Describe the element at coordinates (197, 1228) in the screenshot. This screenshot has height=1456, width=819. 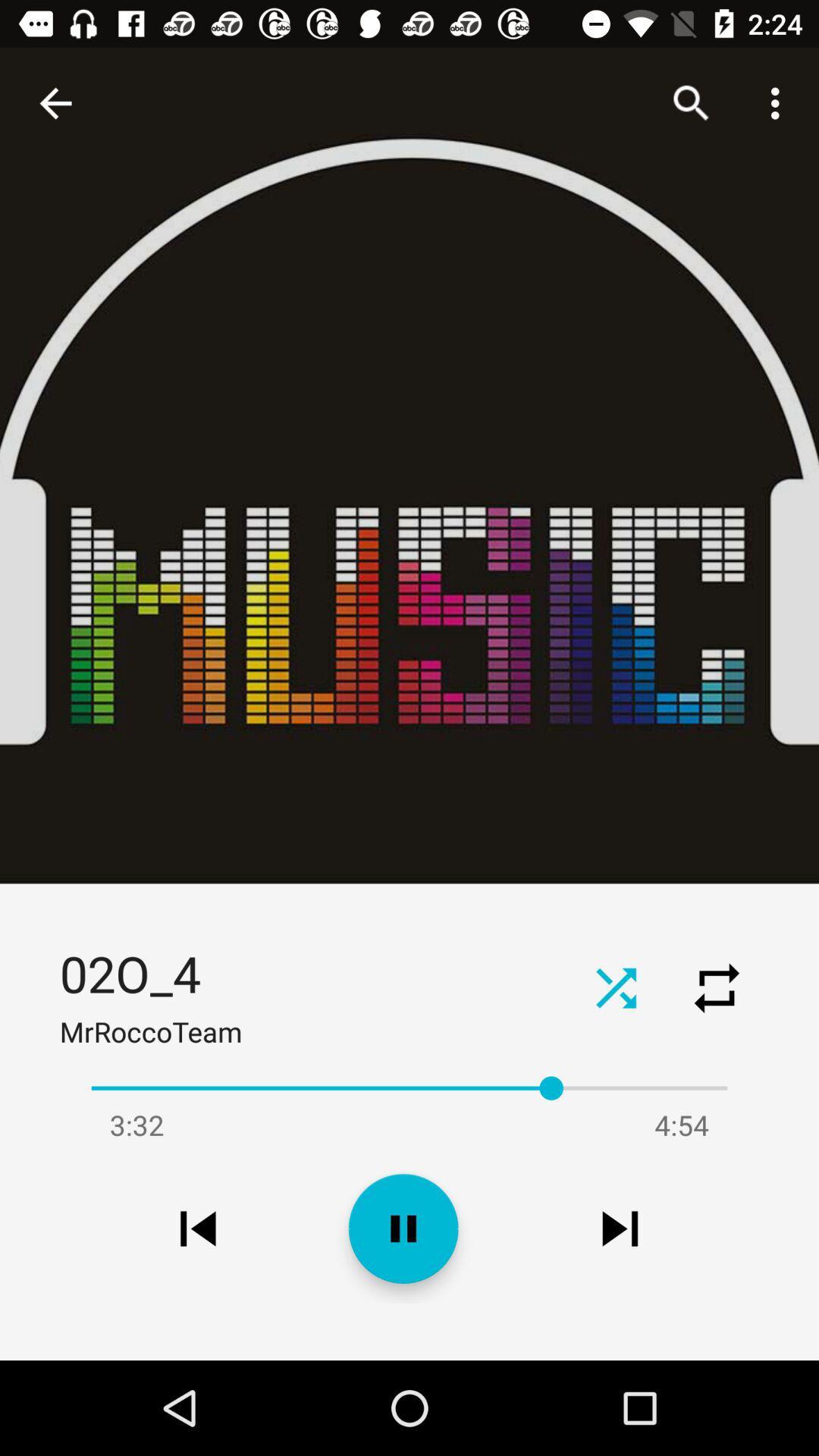
I see `icon below the 3:33 icon` at that location.